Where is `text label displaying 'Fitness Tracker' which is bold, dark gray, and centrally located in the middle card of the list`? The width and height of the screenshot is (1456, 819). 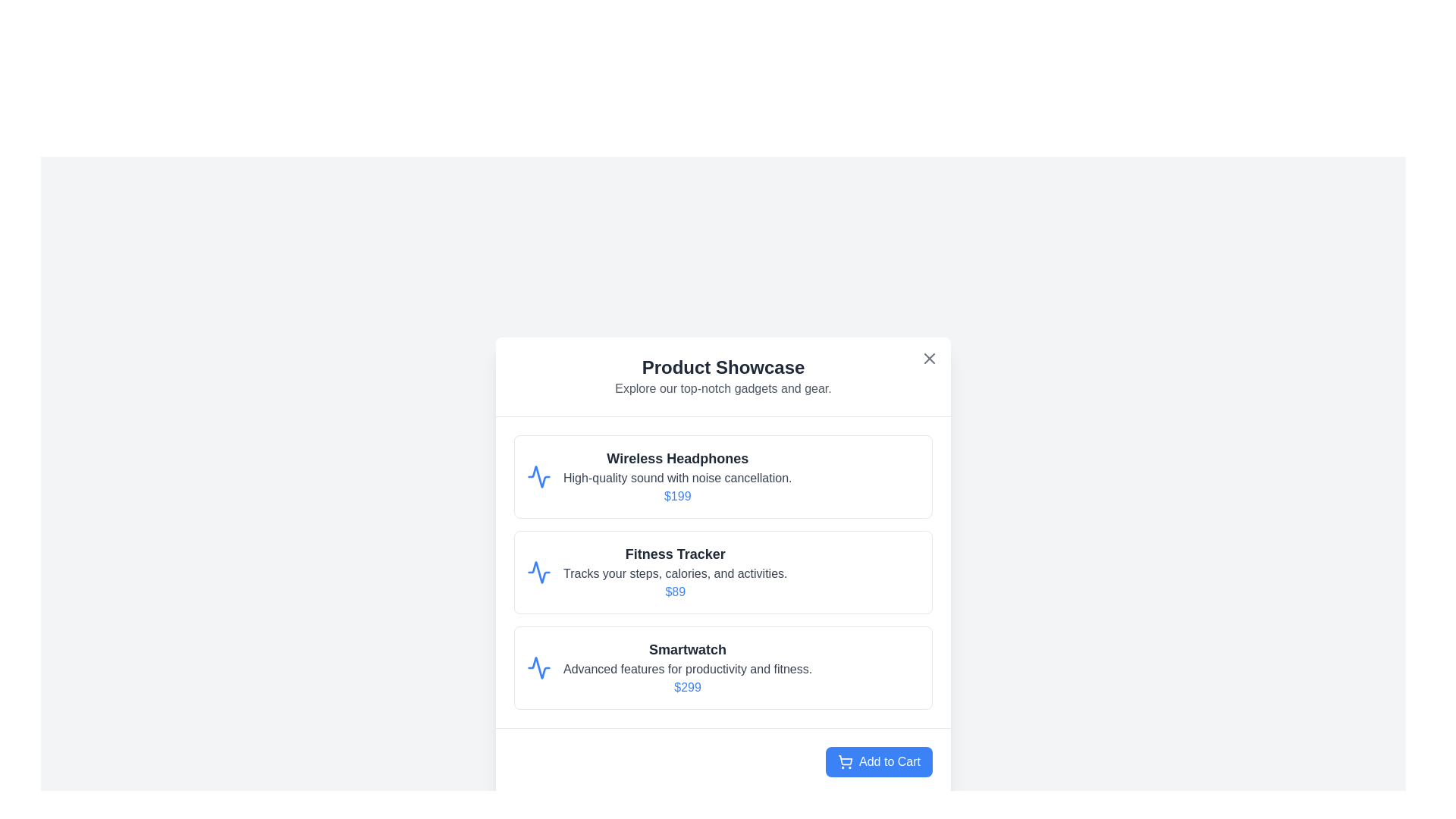 text label displaying 'Fitness Tracker' which is bold, dark gray, and centrally located in the middle card of the list is located at coordinates (674, 554).